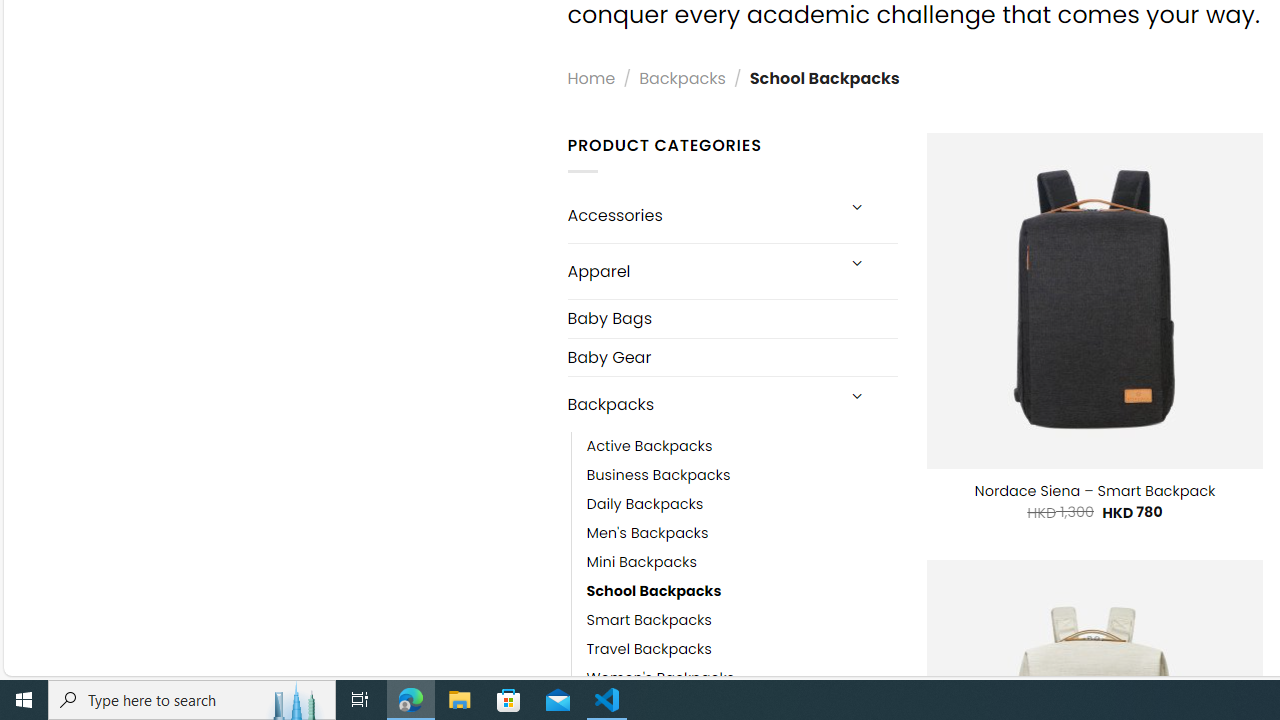 This screenshot has height=720, width=1280. I want to click on 'Business Backpacks', so click(658, 475).